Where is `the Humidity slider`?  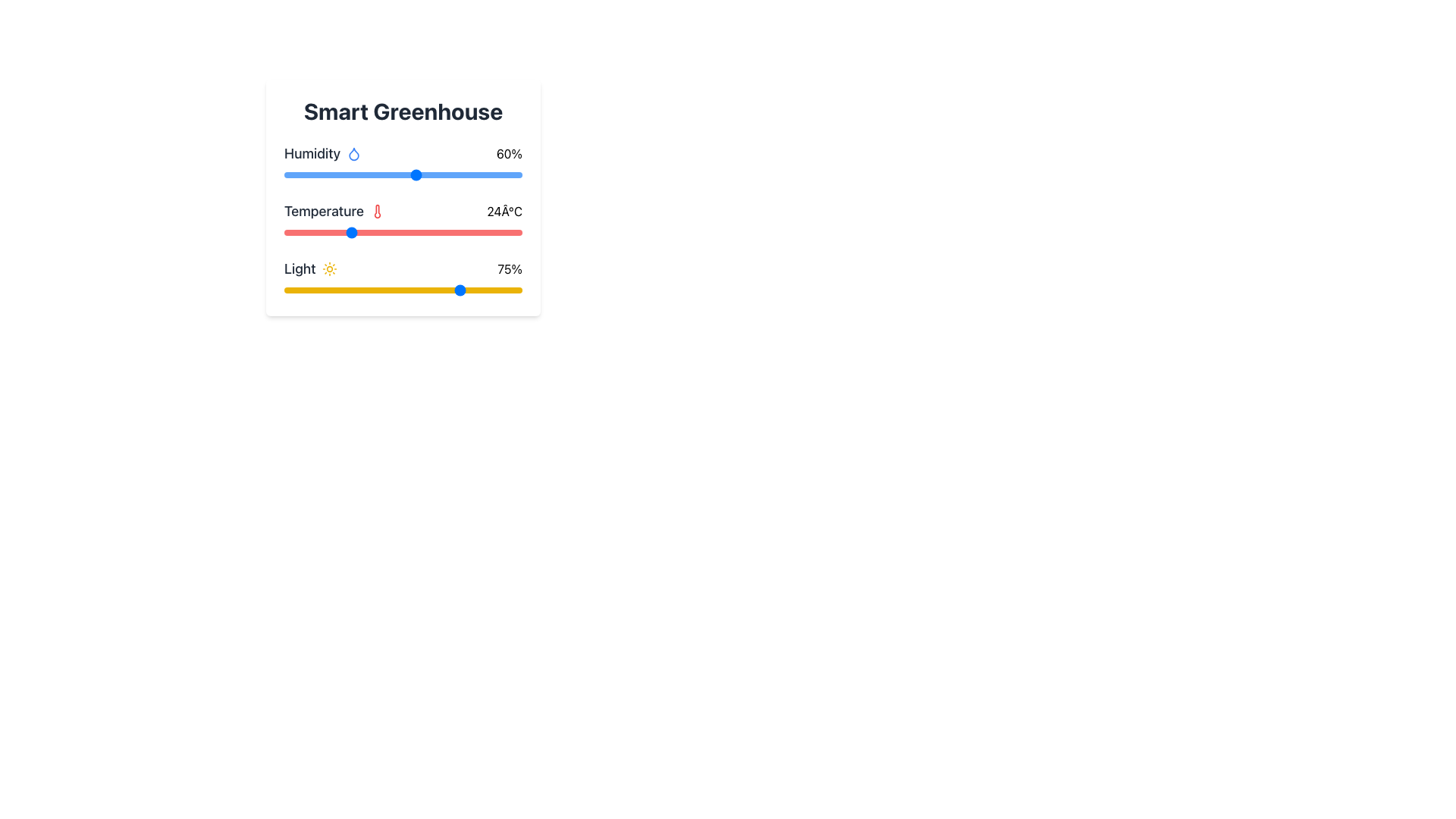 the Humidity slider is located at coordinates (471, 174).